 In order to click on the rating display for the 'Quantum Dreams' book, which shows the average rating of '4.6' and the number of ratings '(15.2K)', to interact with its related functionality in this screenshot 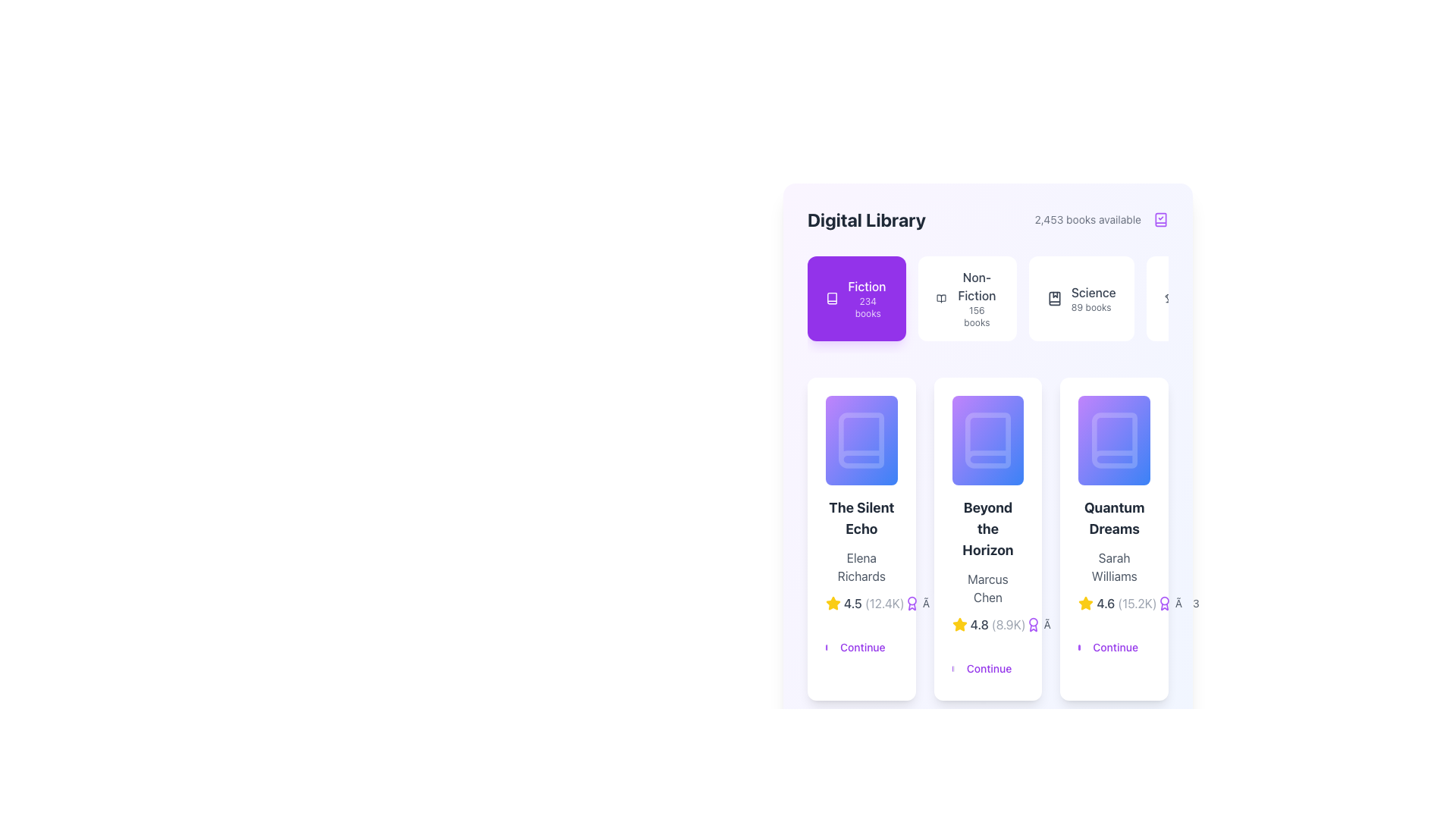, I will do `click(1114, 603)`.